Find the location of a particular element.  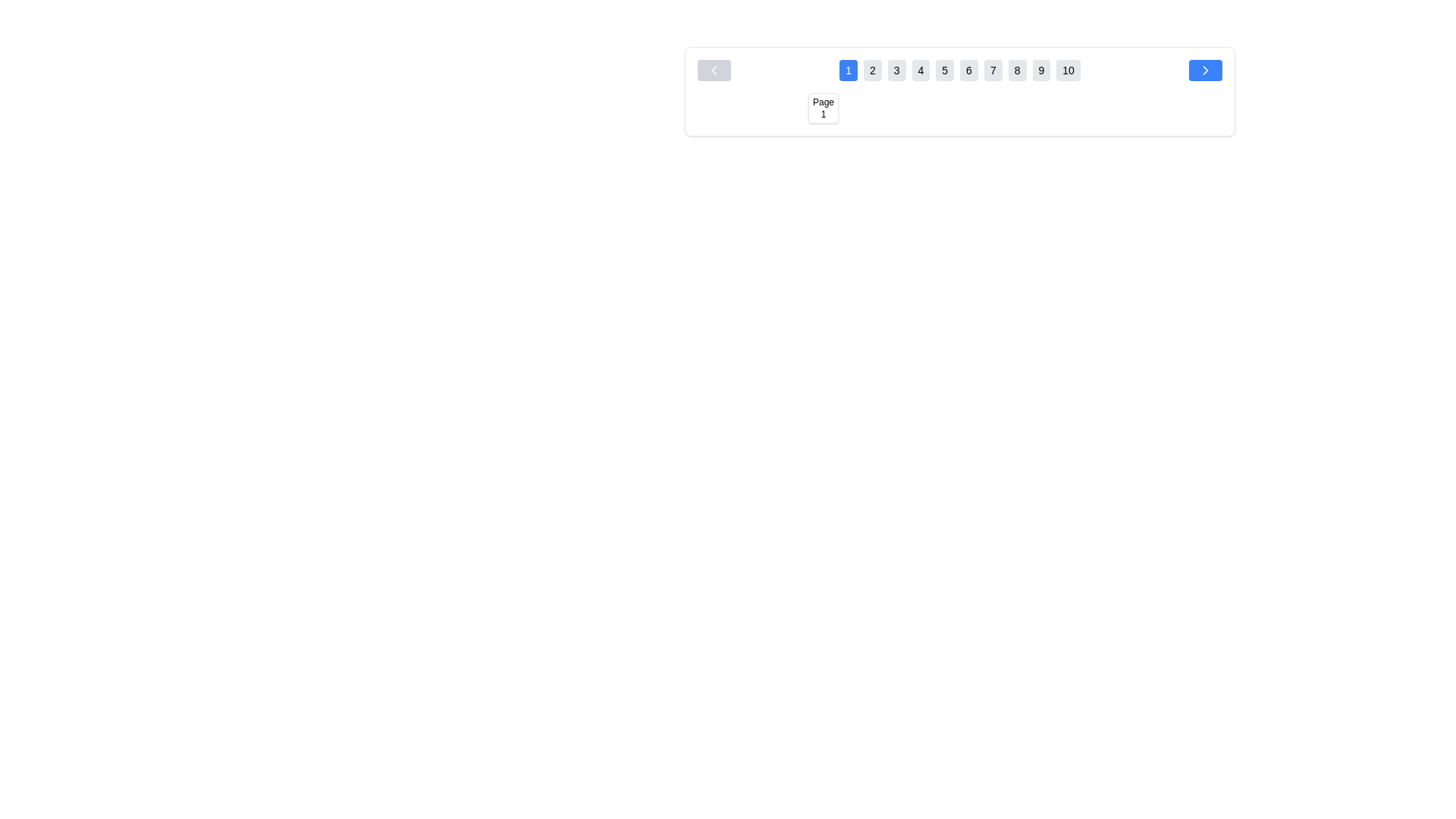

the 'Page 4' button, which is the fourth button in a horizontal pagination control interface is located at coordinates (913, 107).